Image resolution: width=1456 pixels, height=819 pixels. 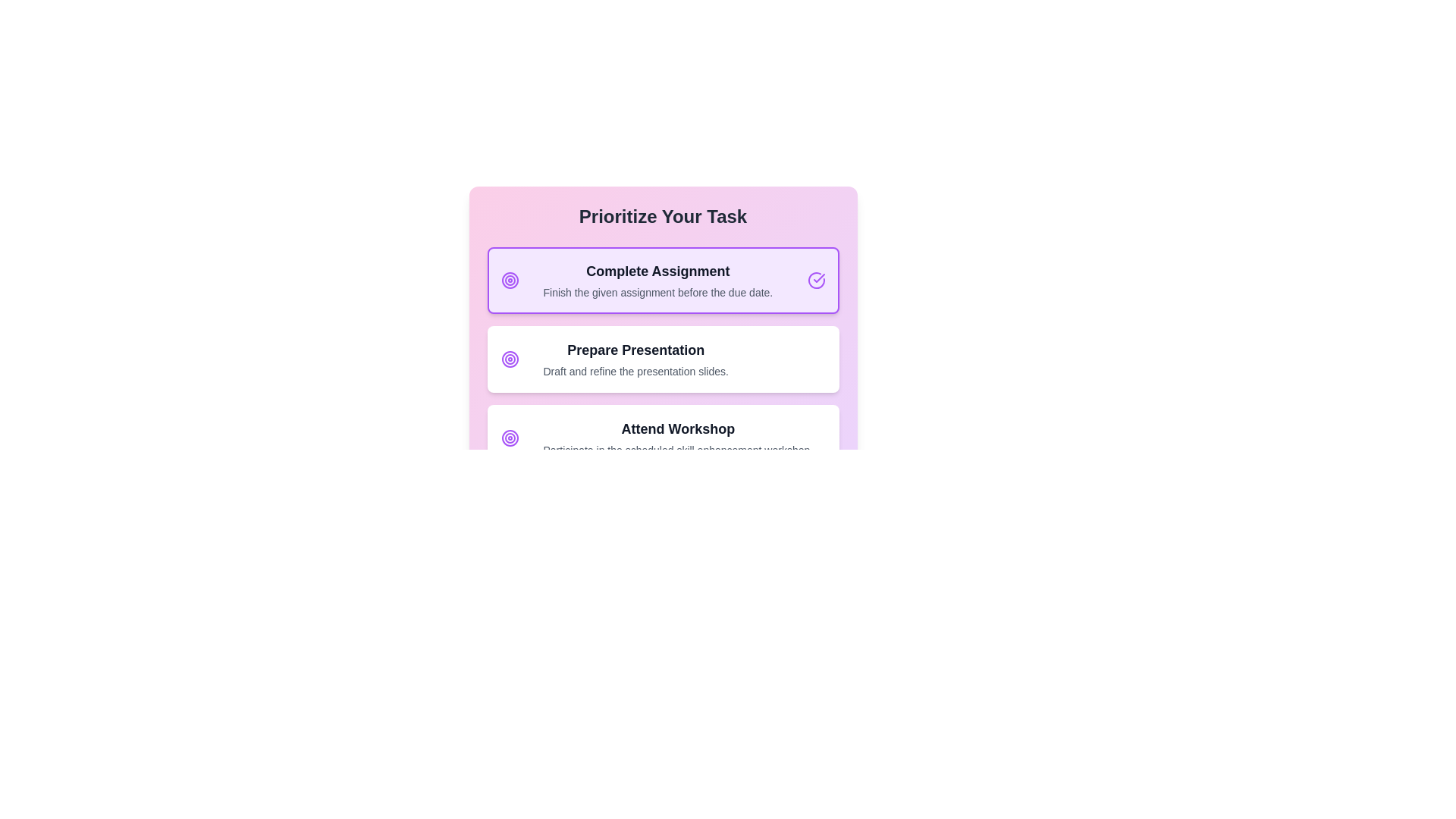 I want to click on the text label that reads 'Finish the given assignment before the due date.' which is located beneath the title 'Complete Assignment', so click(x=657, y=292).